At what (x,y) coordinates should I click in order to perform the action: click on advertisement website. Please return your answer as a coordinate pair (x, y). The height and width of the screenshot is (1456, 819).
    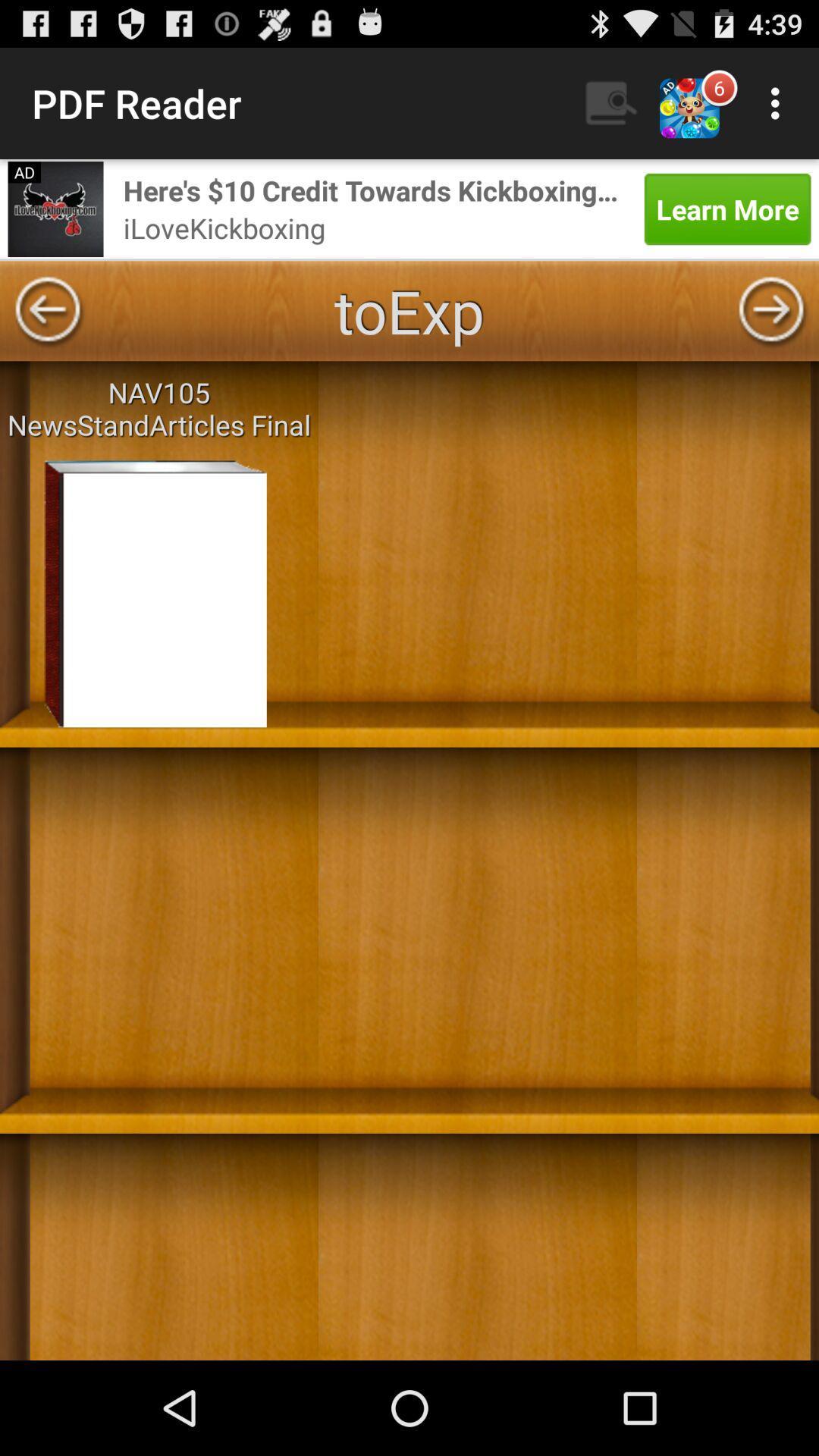
    Looking at the image, I should click on (55, 208).